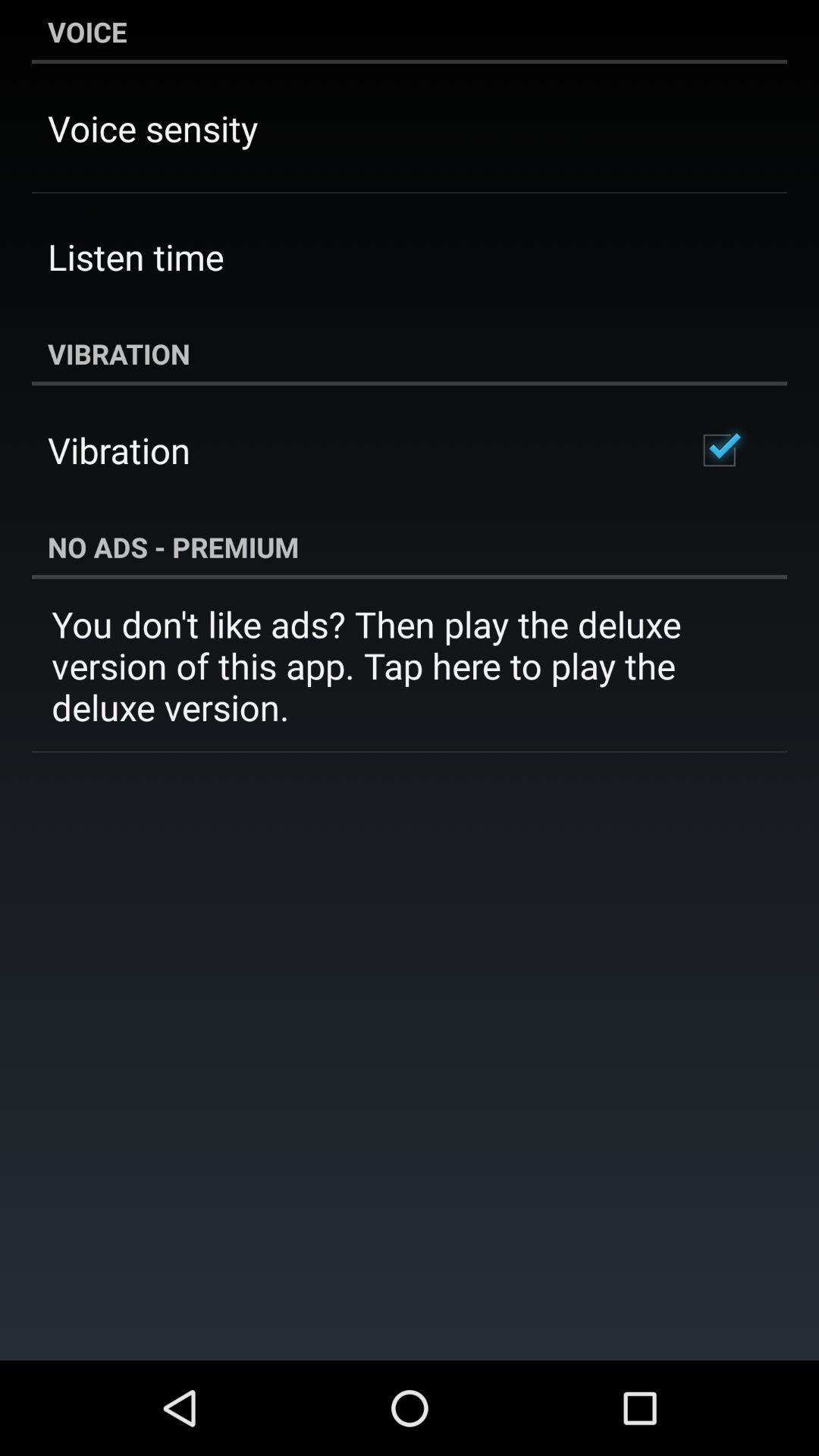 The image size is (819, 1456). What do you see at coordinates (152, 128) in the screenshot?
I see `the app below voice item` at bounding box center [152, 128].